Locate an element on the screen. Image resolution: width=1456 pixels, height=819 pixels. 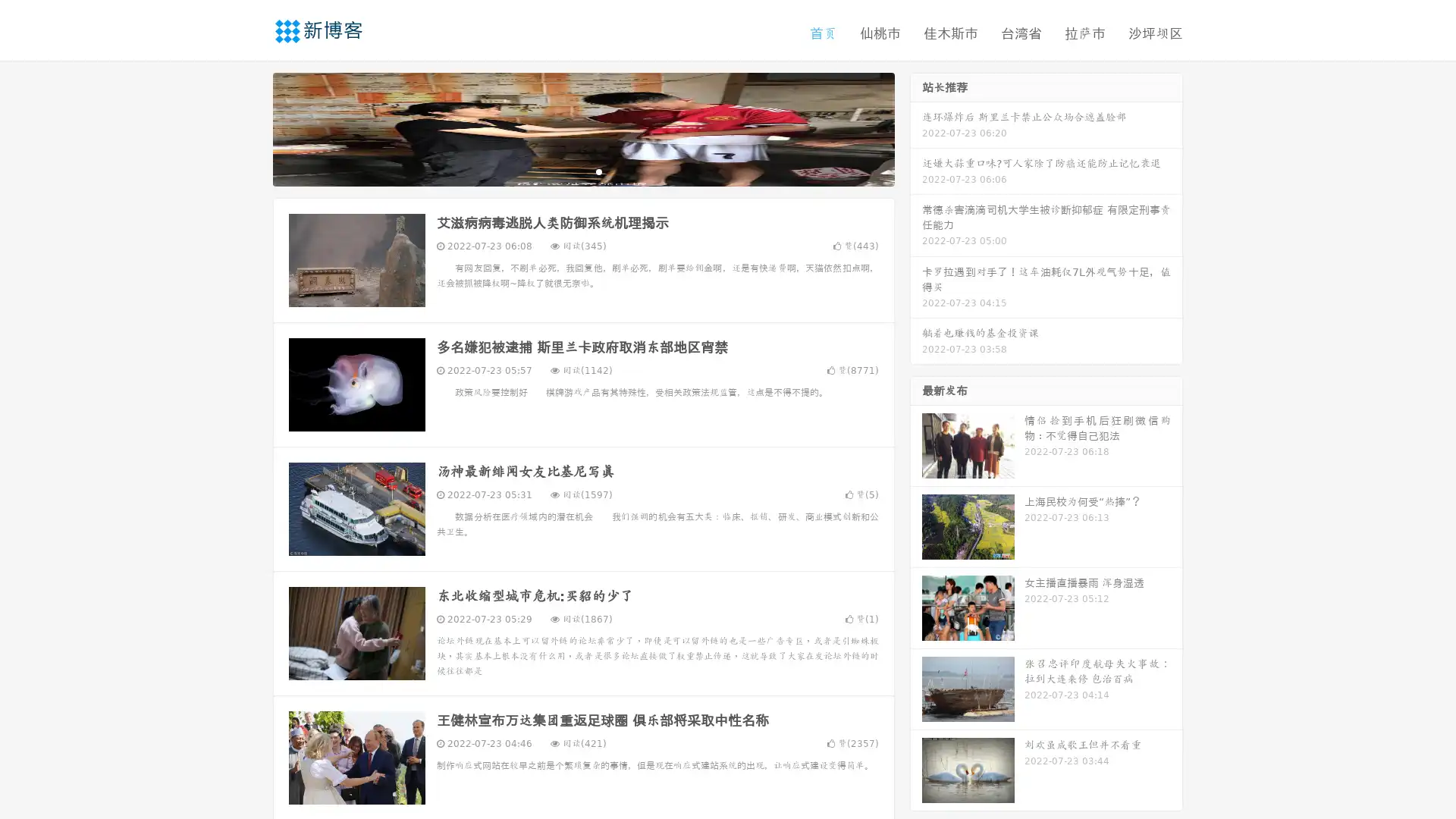
Go to slide 3 is located at coordinates (598, 171).